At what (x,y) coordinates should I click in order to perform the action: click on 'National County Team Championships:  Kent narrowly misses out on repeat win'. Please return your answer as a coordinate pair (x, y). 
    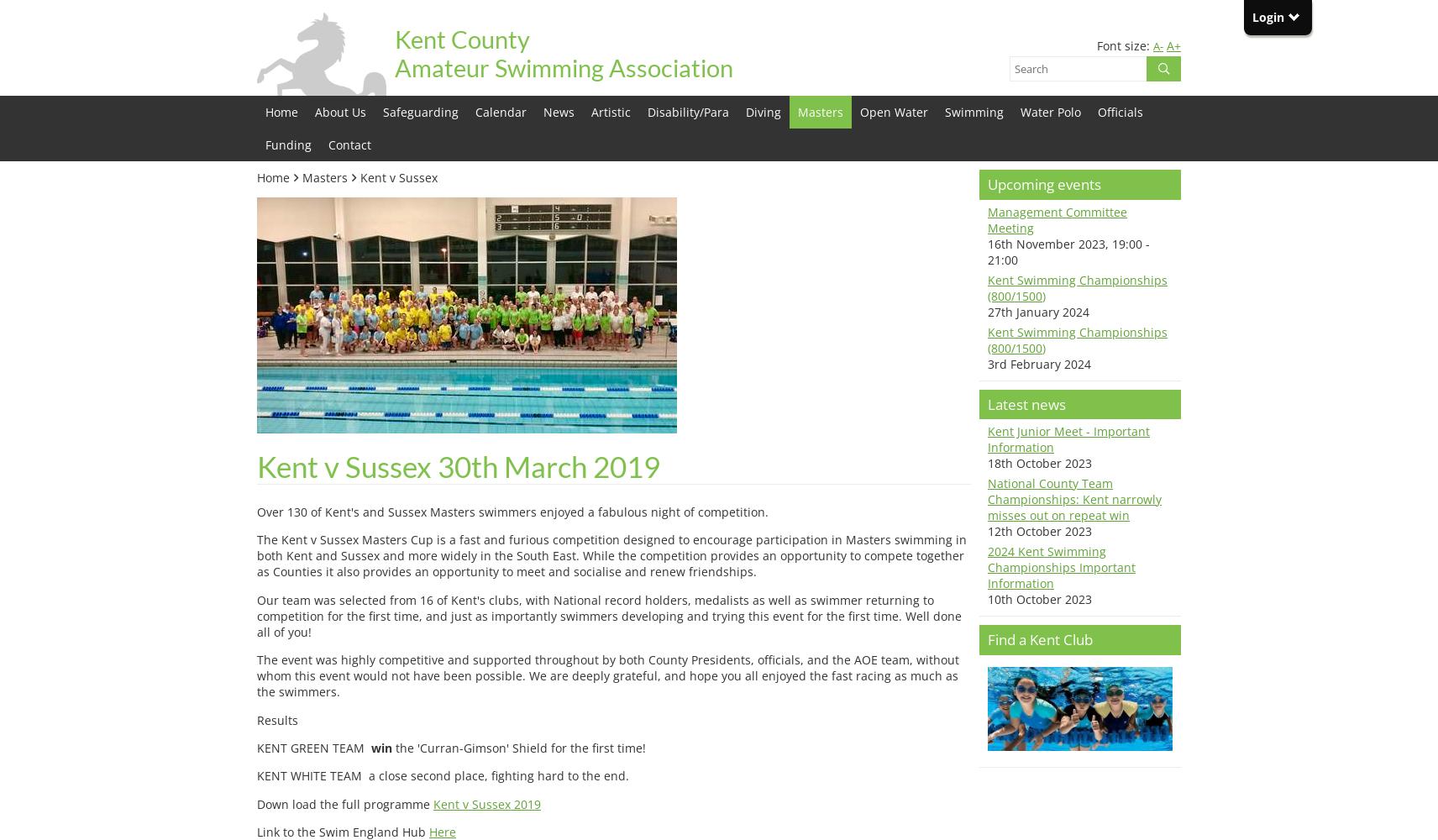
    Looking at the image, I should click on (987, 498).